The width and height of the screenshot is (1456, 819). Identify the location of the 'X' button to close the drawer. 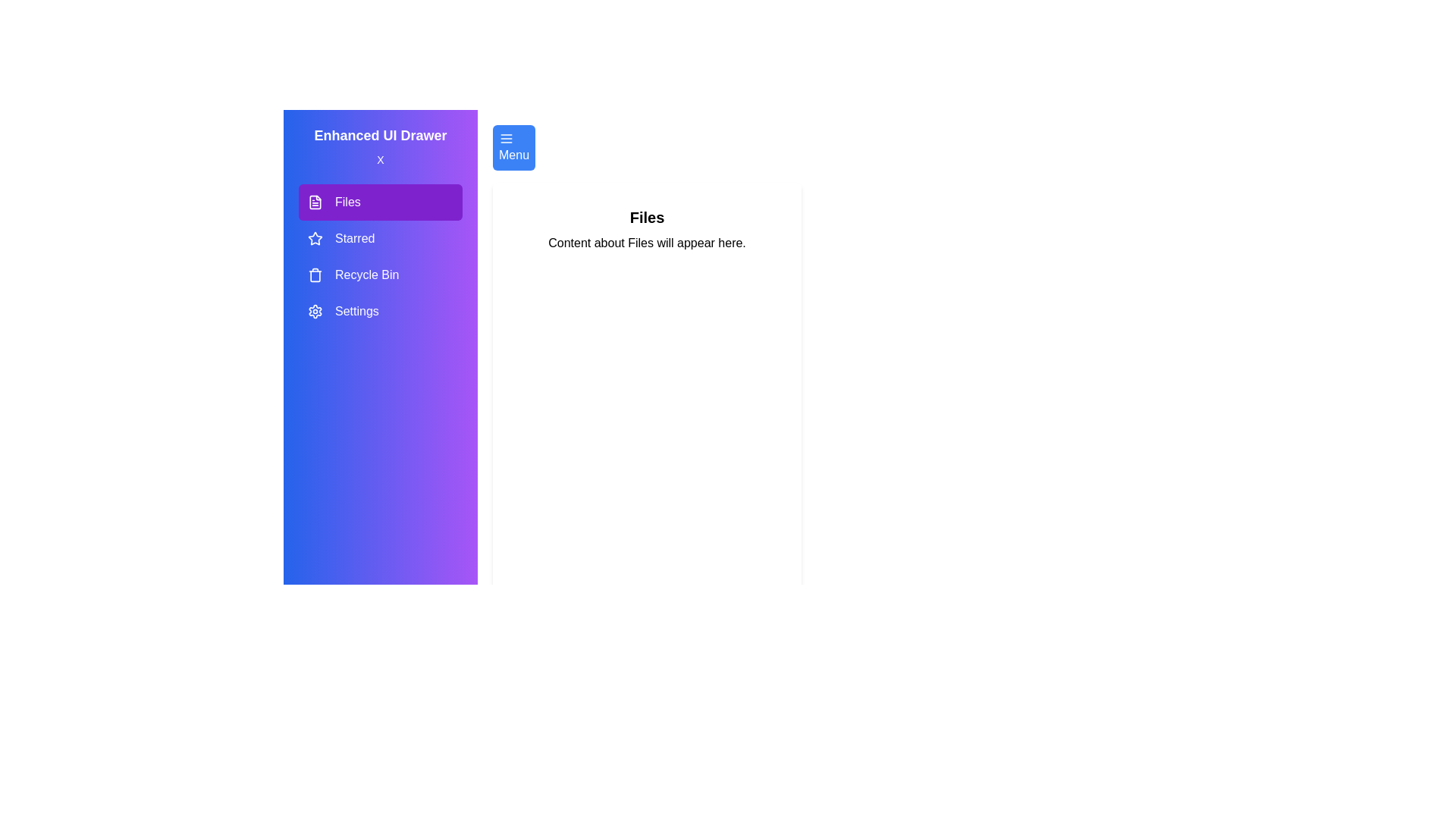
(381, 160).